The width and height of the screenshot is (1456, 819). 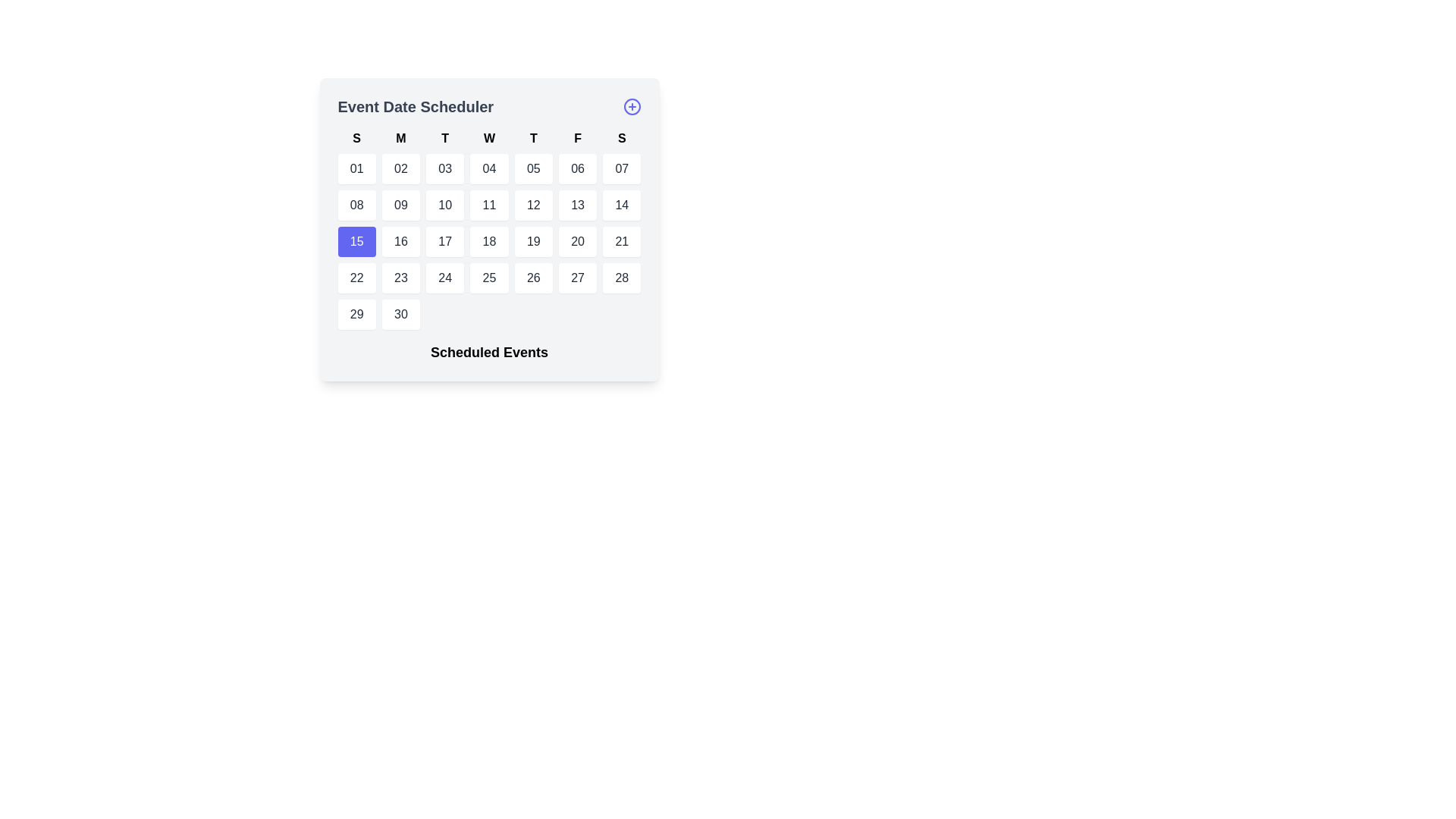 What do you see at coordinates (489, 205) in the screenshot?
I see `the button representing the date '11' in the monthly calendar` at bounding box center [489, 205].